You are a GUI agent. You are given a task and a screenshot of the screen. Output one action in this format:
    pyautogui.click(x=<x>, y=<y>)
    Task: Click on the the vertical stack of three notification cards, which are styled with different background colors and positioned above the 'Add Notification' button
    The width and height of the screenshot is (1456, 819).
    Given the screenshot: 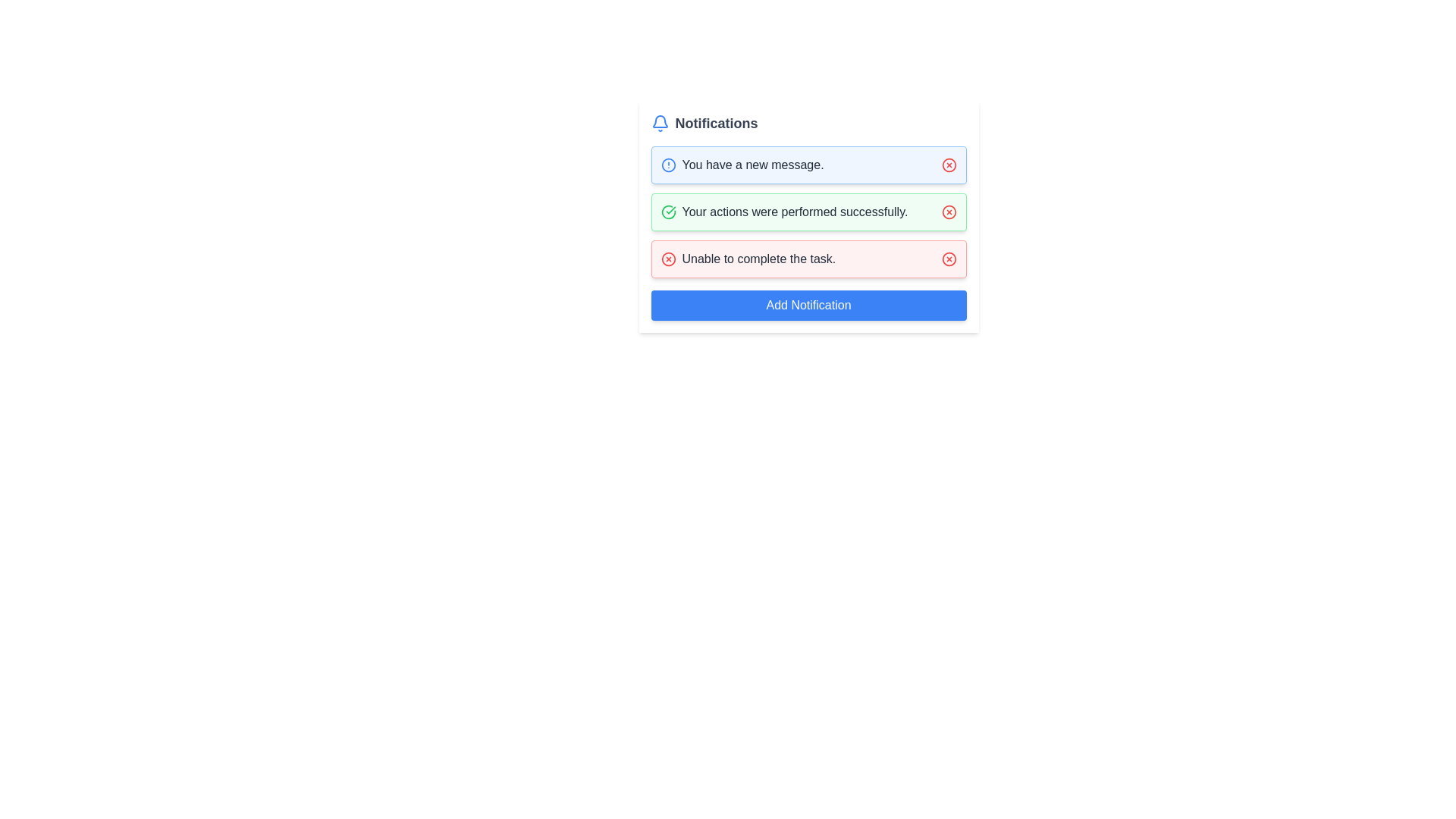 What is the action you would take?
    pyautogui.click(x=808, y=212)
    